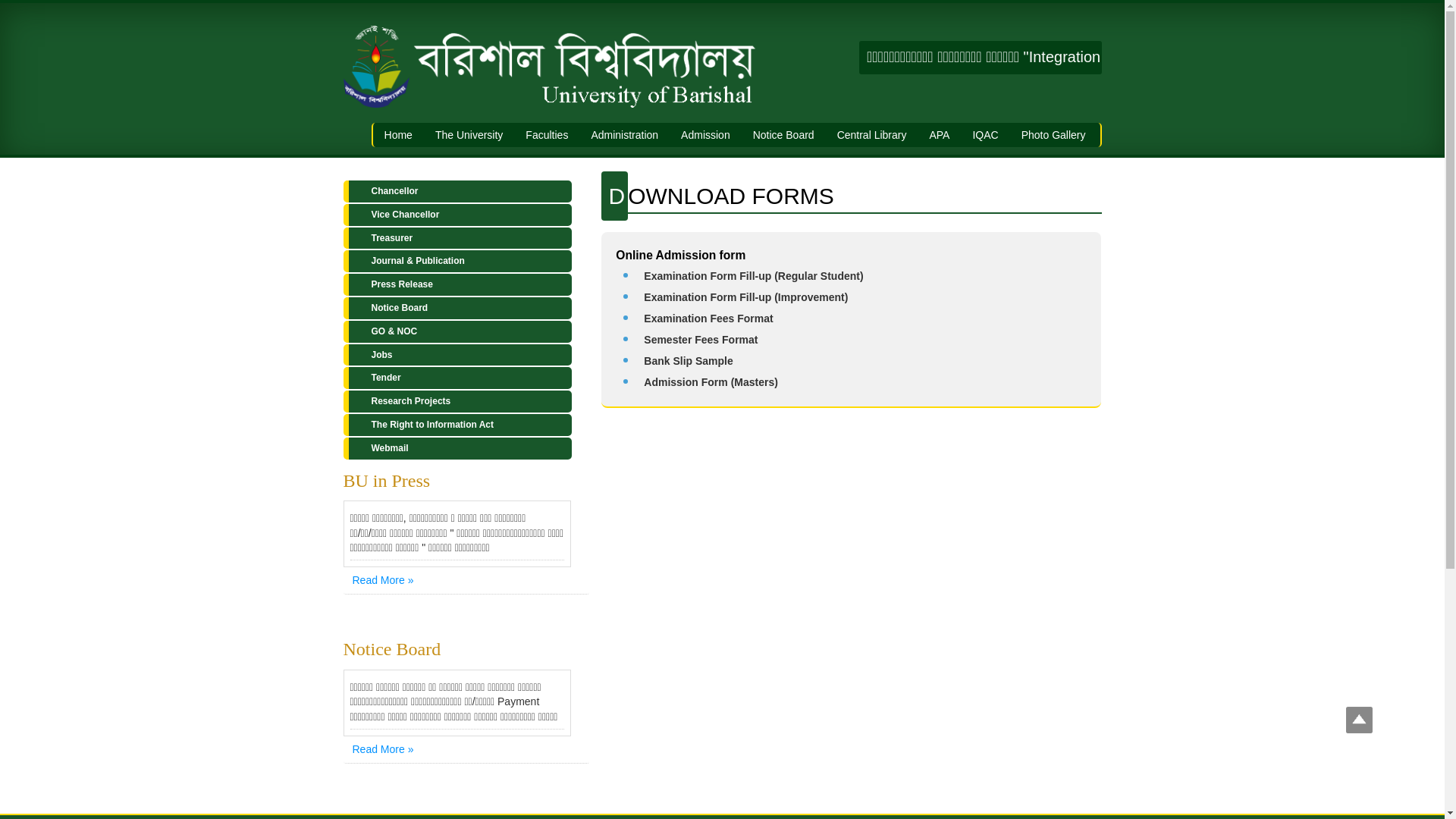  Describe the element at coordinates (456, 238) in the screenshot. I see `'Treasurer'` at that location.